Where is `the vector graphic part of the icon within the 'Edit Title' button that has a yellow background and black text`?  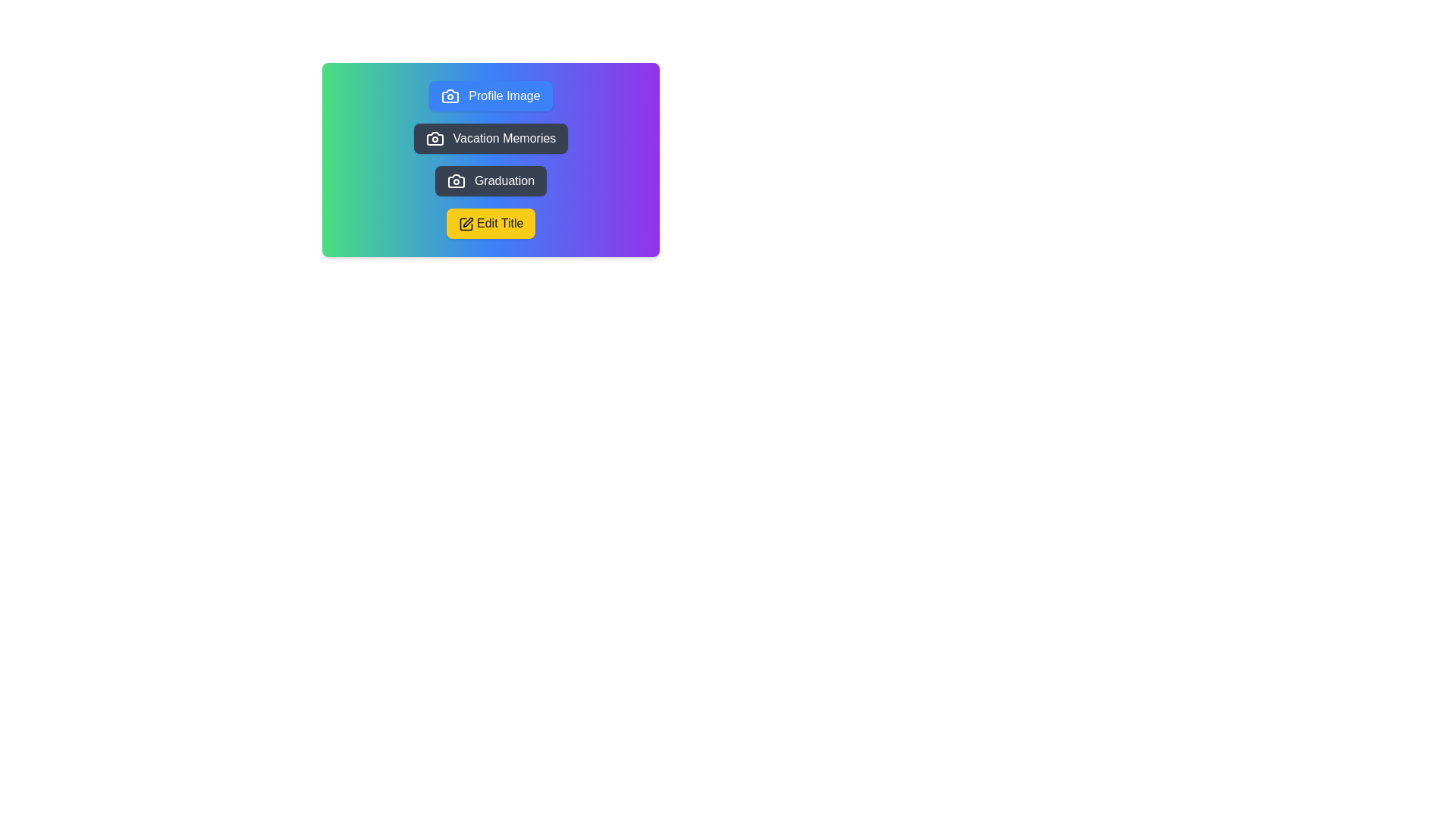 the vector graphic part of the icon within the 'Edit Title' button that has a yellow background and black text is located at coordinates (467, 222).